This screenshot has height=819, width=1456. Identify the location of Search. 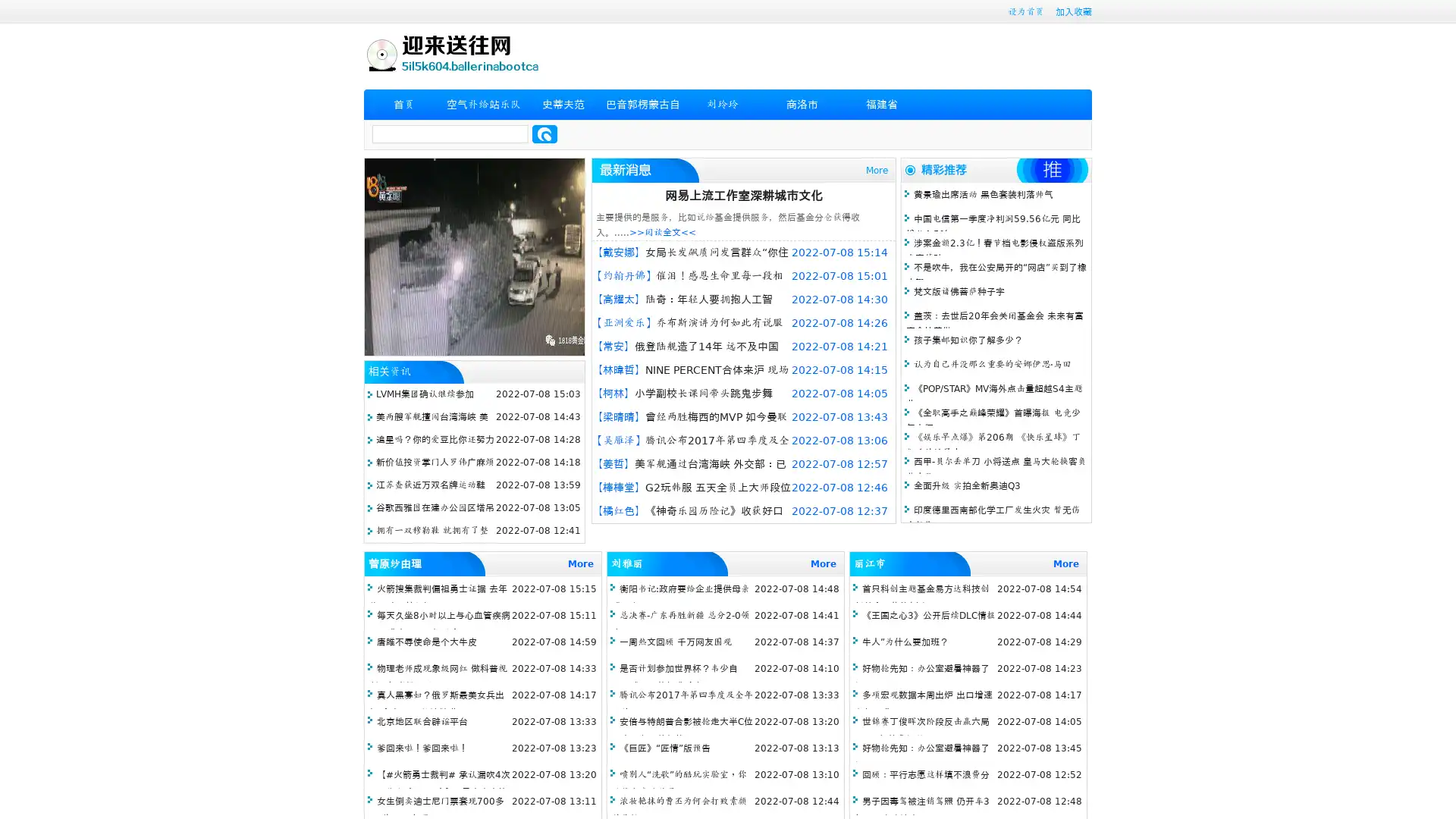
(544, 133).